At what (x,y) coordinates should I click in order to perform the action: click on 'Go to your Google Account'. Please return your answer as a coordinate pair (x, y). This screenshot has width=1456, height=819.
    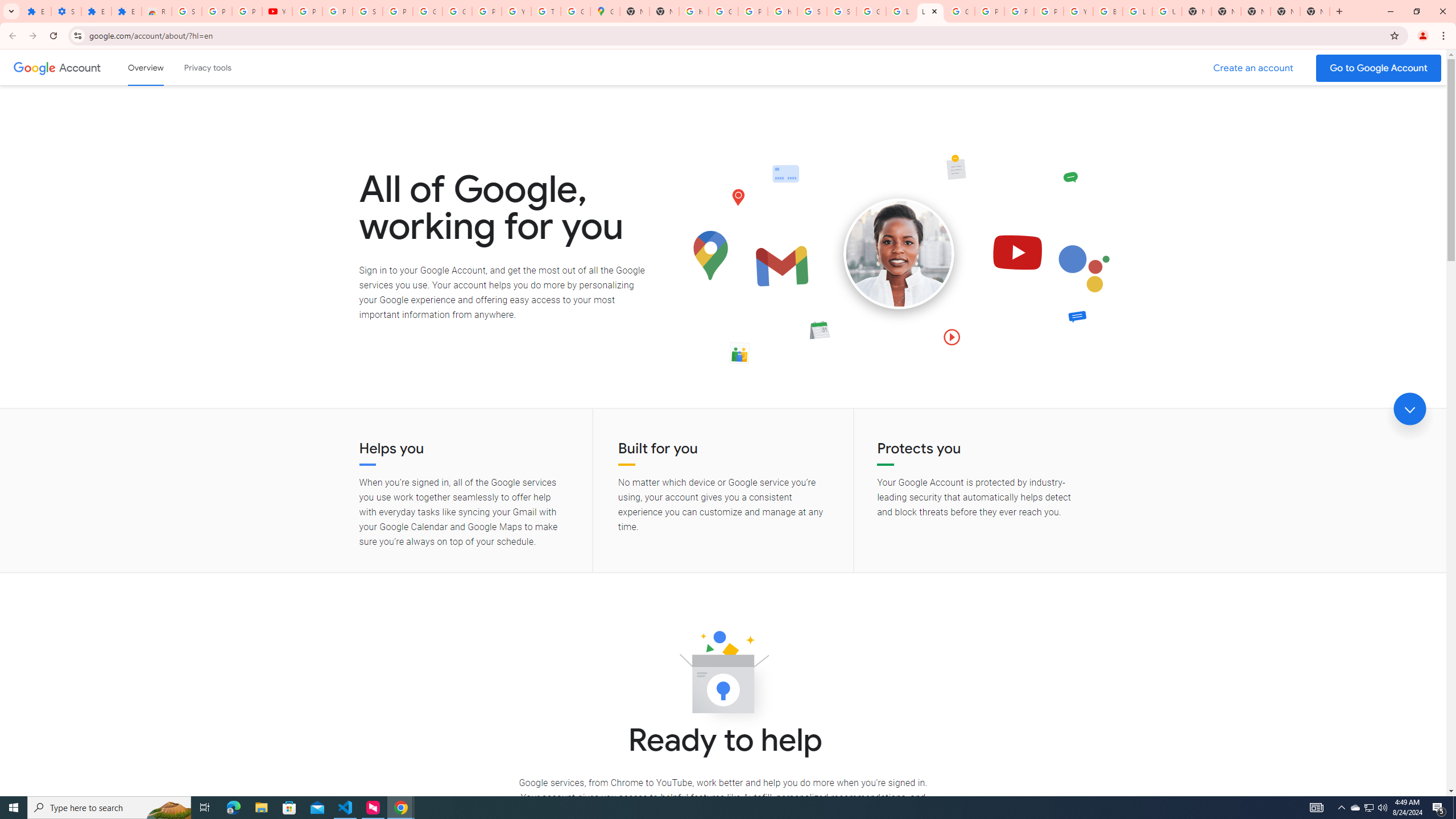
    Looking at the image, I should click on (1379, 68).